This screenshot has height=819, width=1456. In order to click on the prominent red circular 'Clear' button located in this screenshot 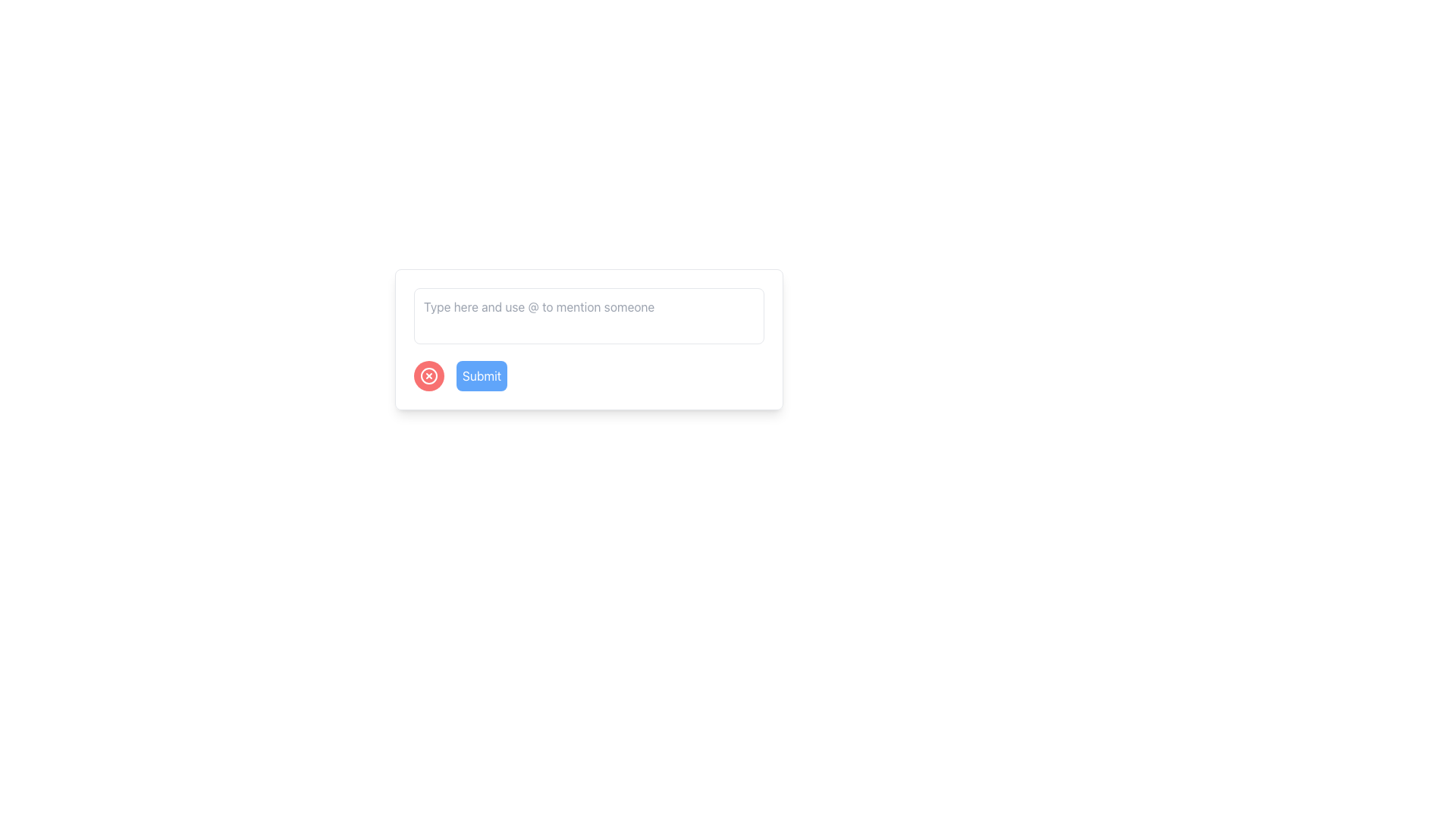, I will do `click(428, 375)`.